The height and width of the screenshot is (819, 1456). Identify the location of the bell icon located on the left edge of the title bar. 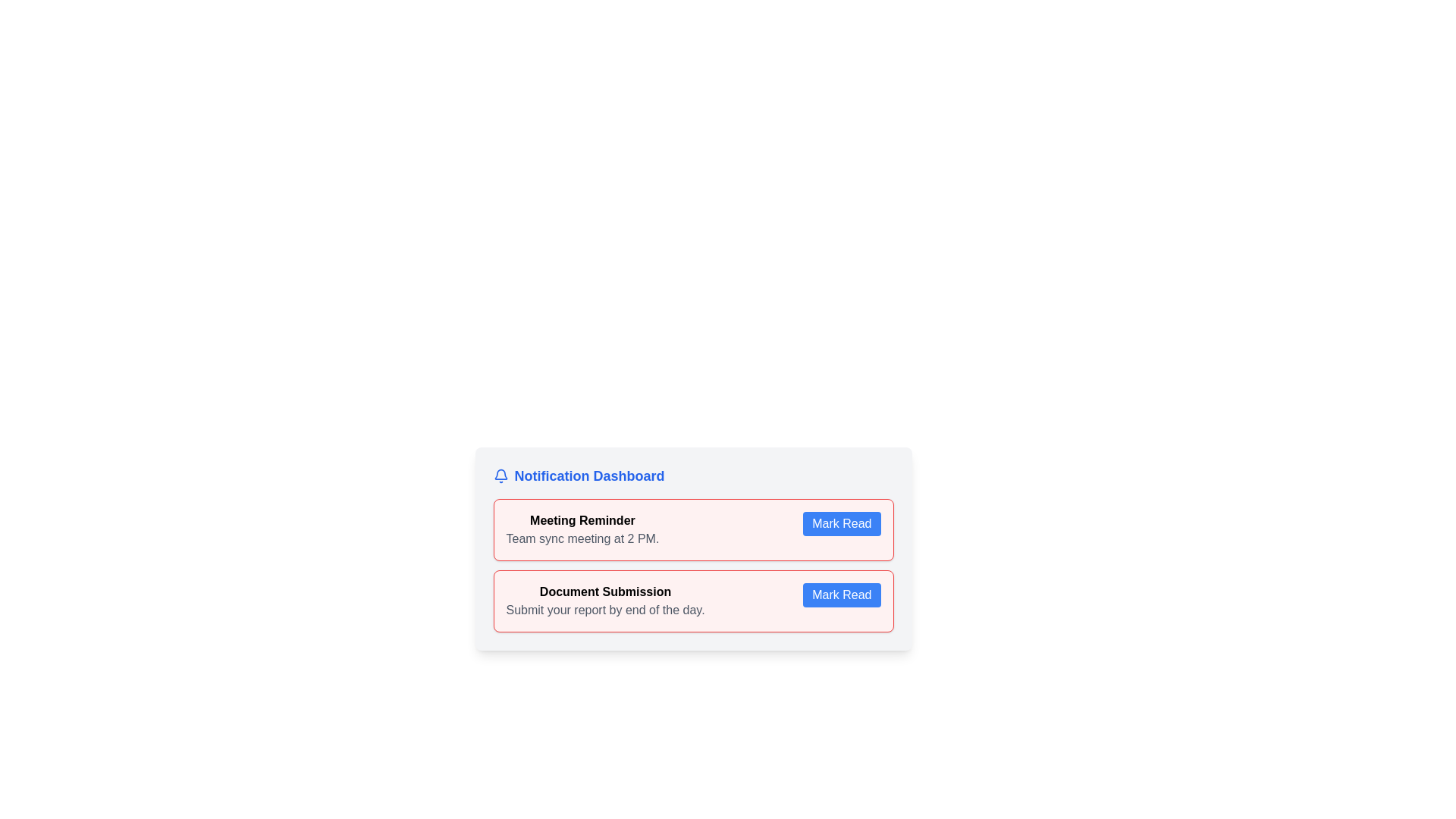
(500, 475).